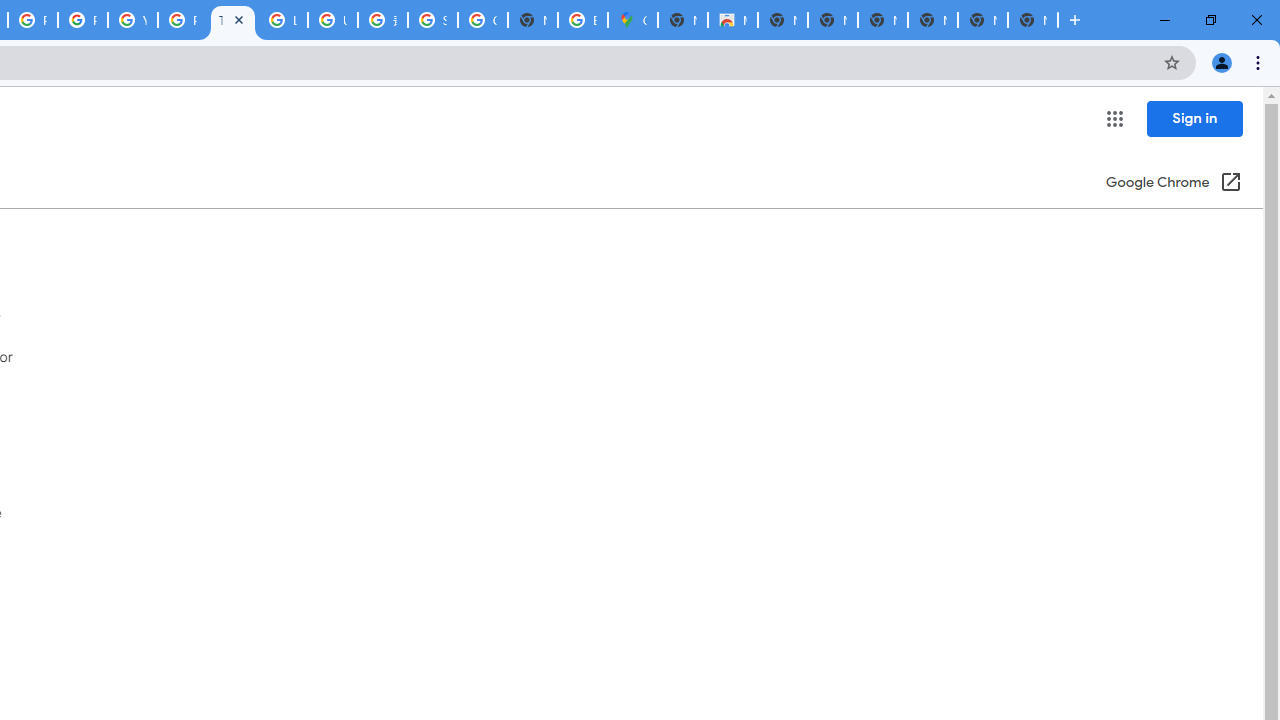  I want to click on 'Explore new street-level details - Google Maps Help', so click(582, 20).